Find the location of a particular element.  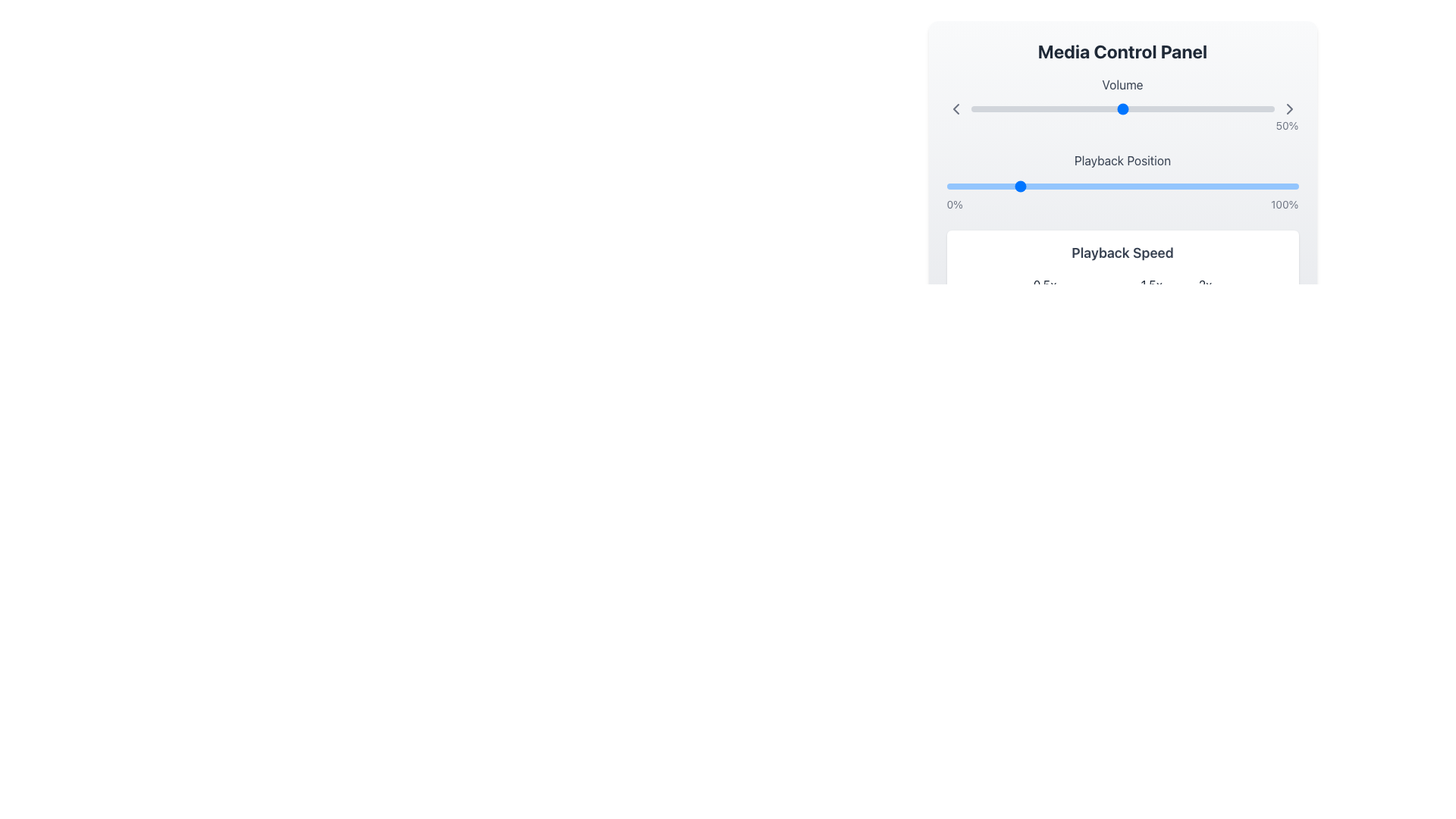

the playback position is located at coordinates (1098, 186).